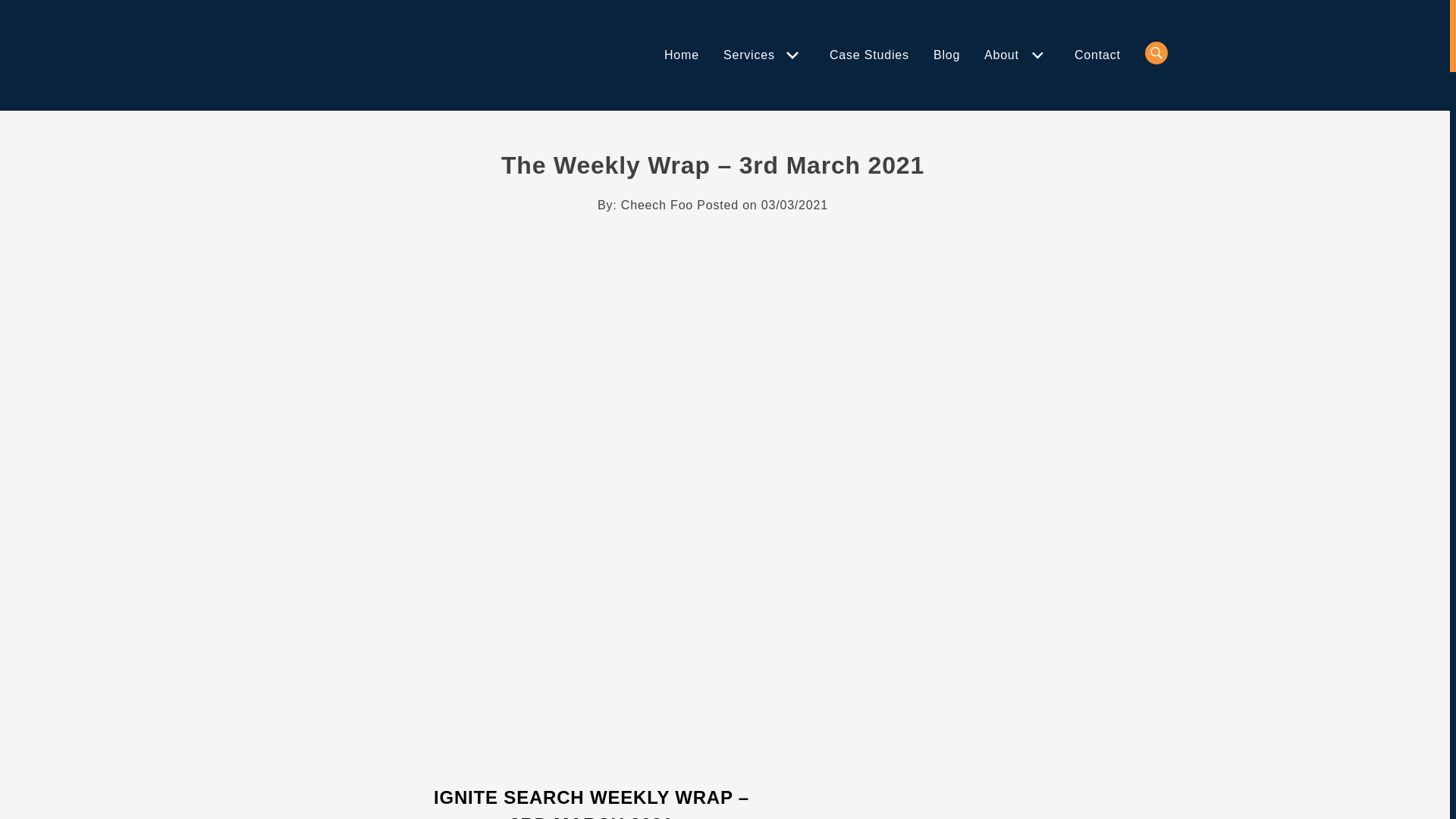 The height and width of the screenshot is (819, 1456). I want to click on '03/03/2021', so click(793, 205).